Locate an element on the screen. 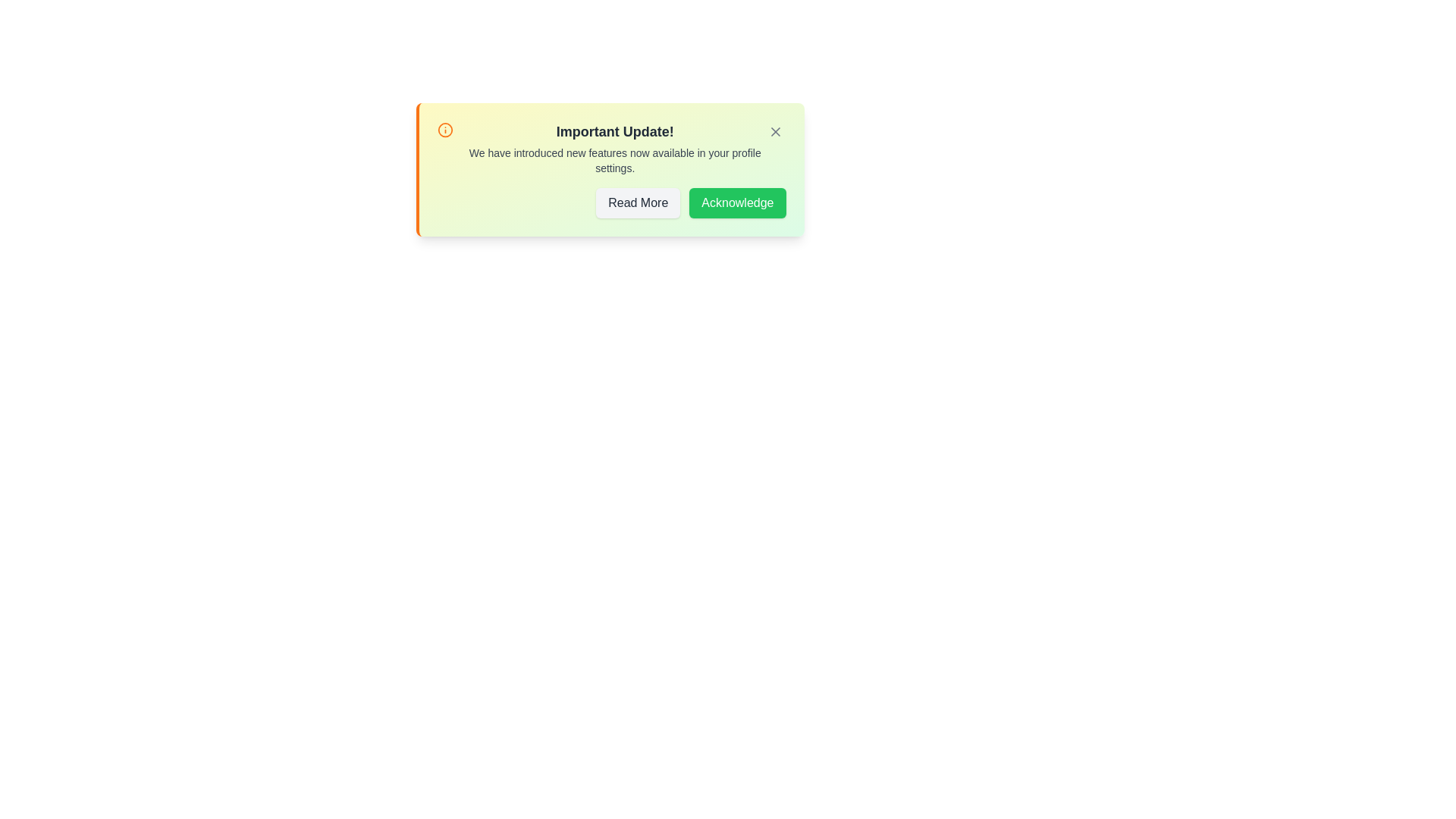 Image resolution: width=1456 pixels, height=819 pixels. the close button in the top-right corner of the alert box is located at coordinates (775, 130).